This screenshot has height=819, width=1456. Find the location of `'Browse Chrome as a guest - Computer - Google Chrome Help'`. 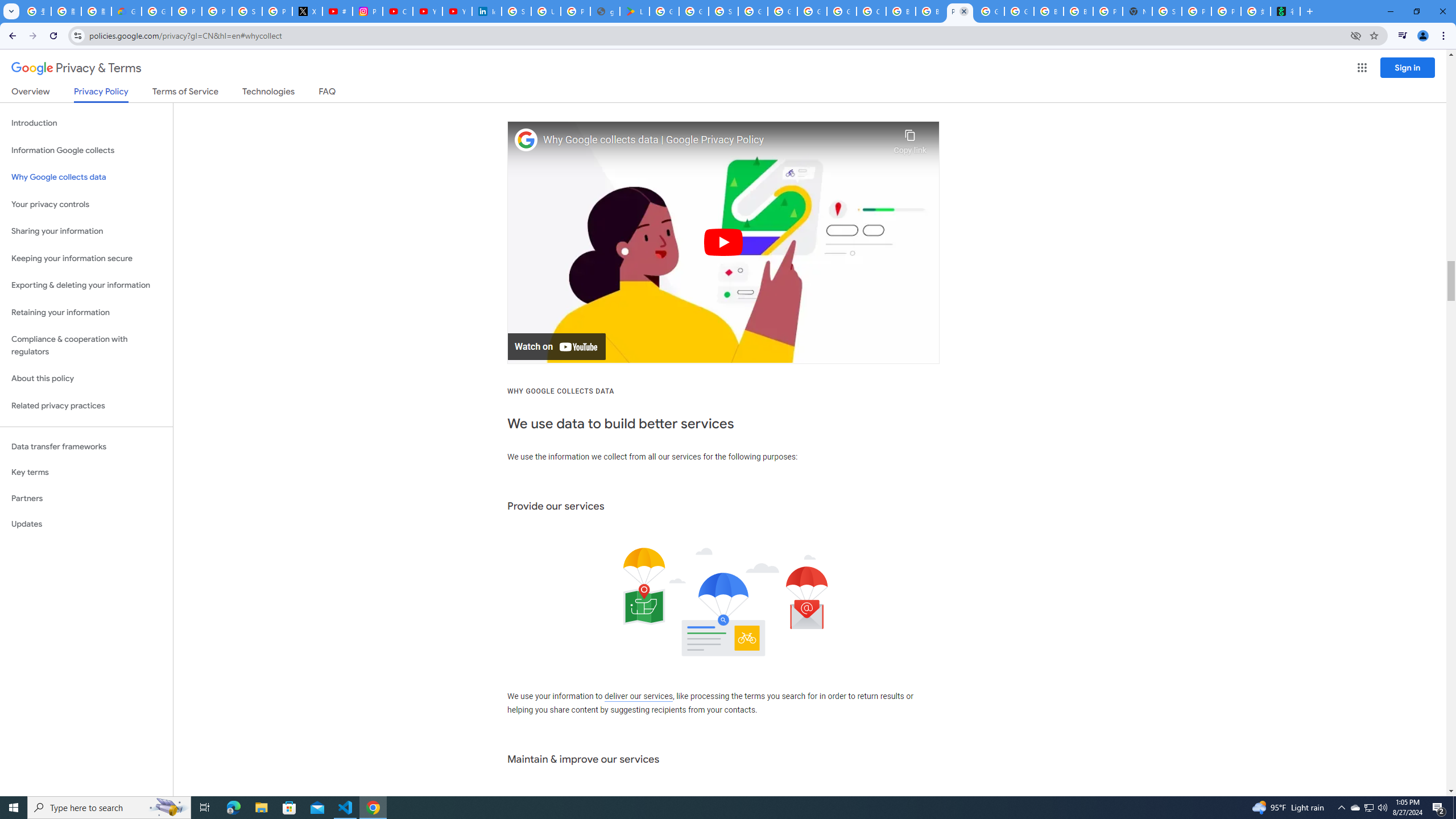

'Browse Chrome as a guest - Computer - Google Chrome Help' is located at coordinates (1078, 11).